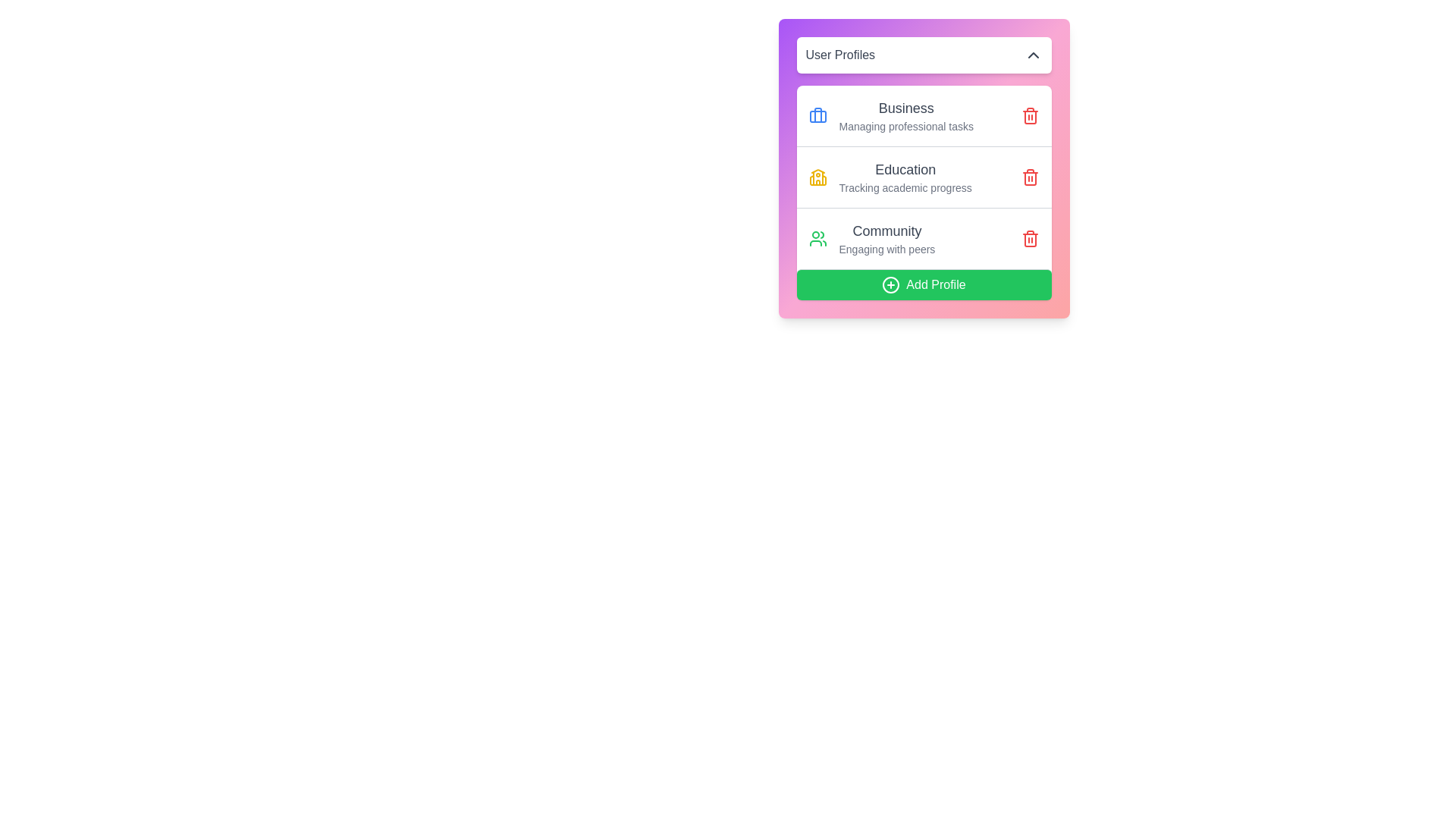  What do you see at coordinates (817, 177) in the screenshot?
I see `the small yellow schoolhouse icon that represents the Education category, located to the left of the text 'Education Tracking academic progress' in the User Profiles panel` at bounding box center [817, 177].